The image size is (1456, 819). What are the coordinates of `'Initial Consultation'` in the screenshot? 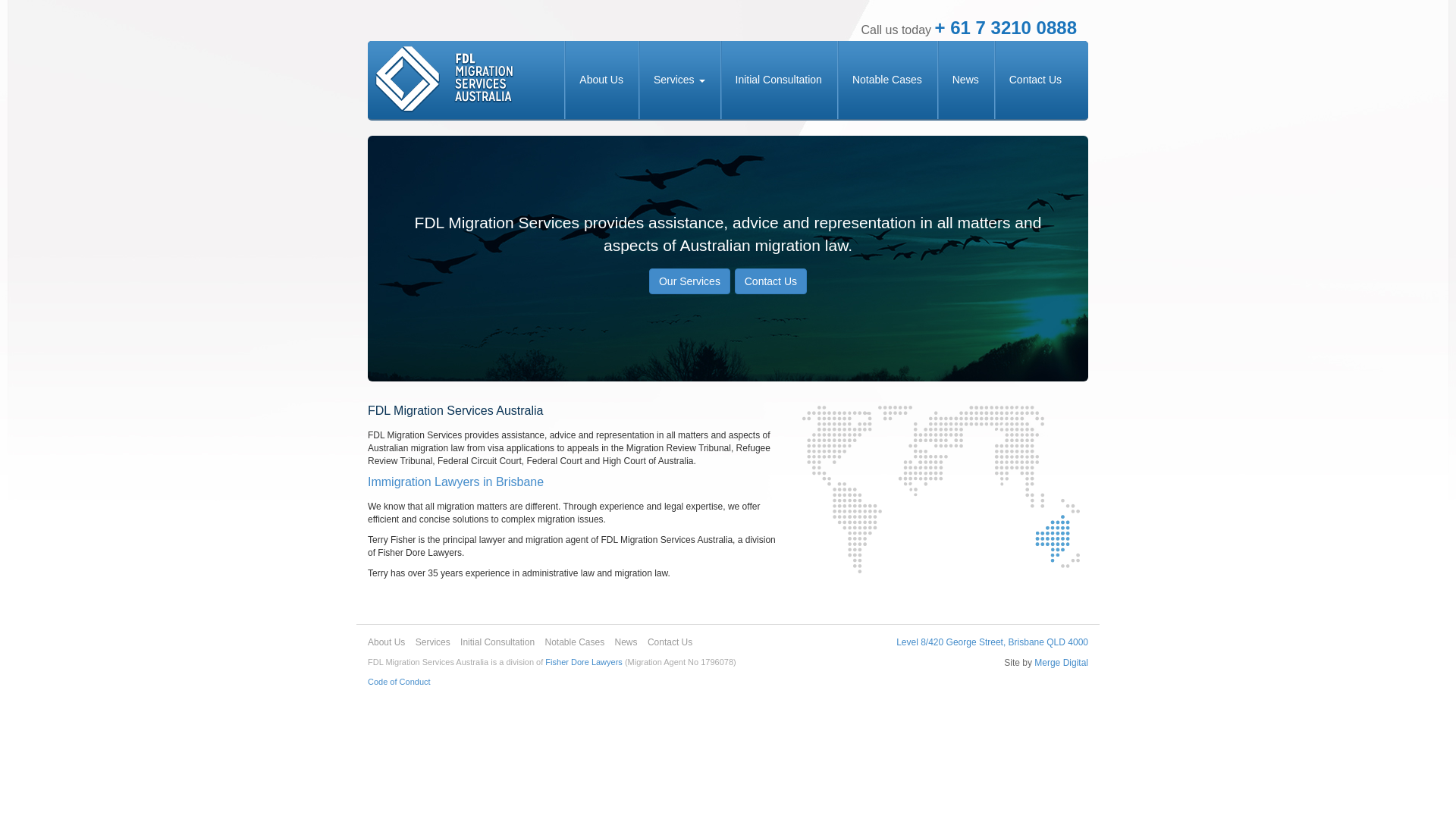 It's located at (720, 80).